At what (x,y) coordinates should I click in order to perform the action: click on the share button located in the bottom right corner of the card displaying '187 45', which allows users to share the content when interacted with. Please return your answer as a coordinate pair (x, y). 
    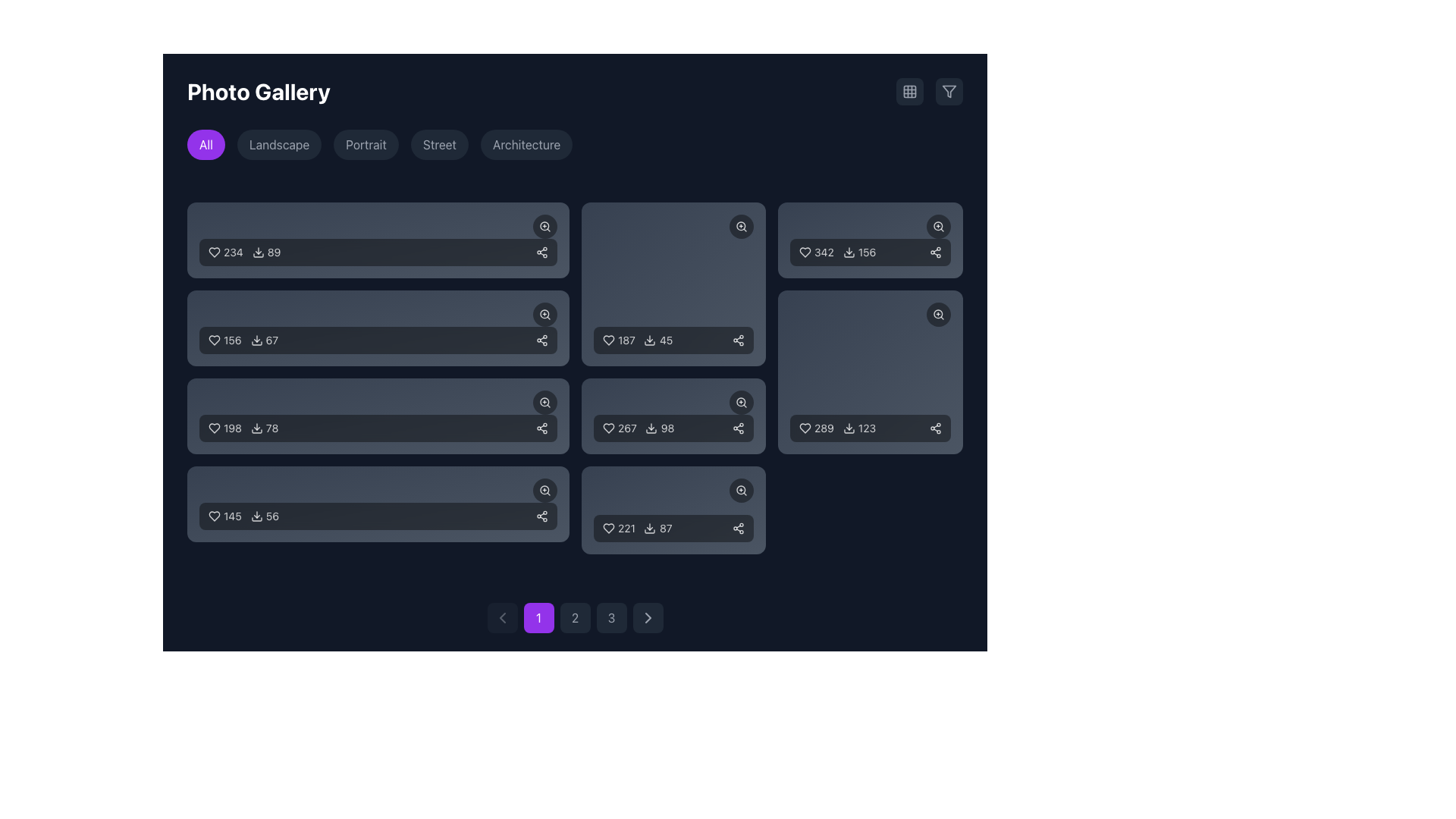
    Looking at the image, I should click on (739, 339).